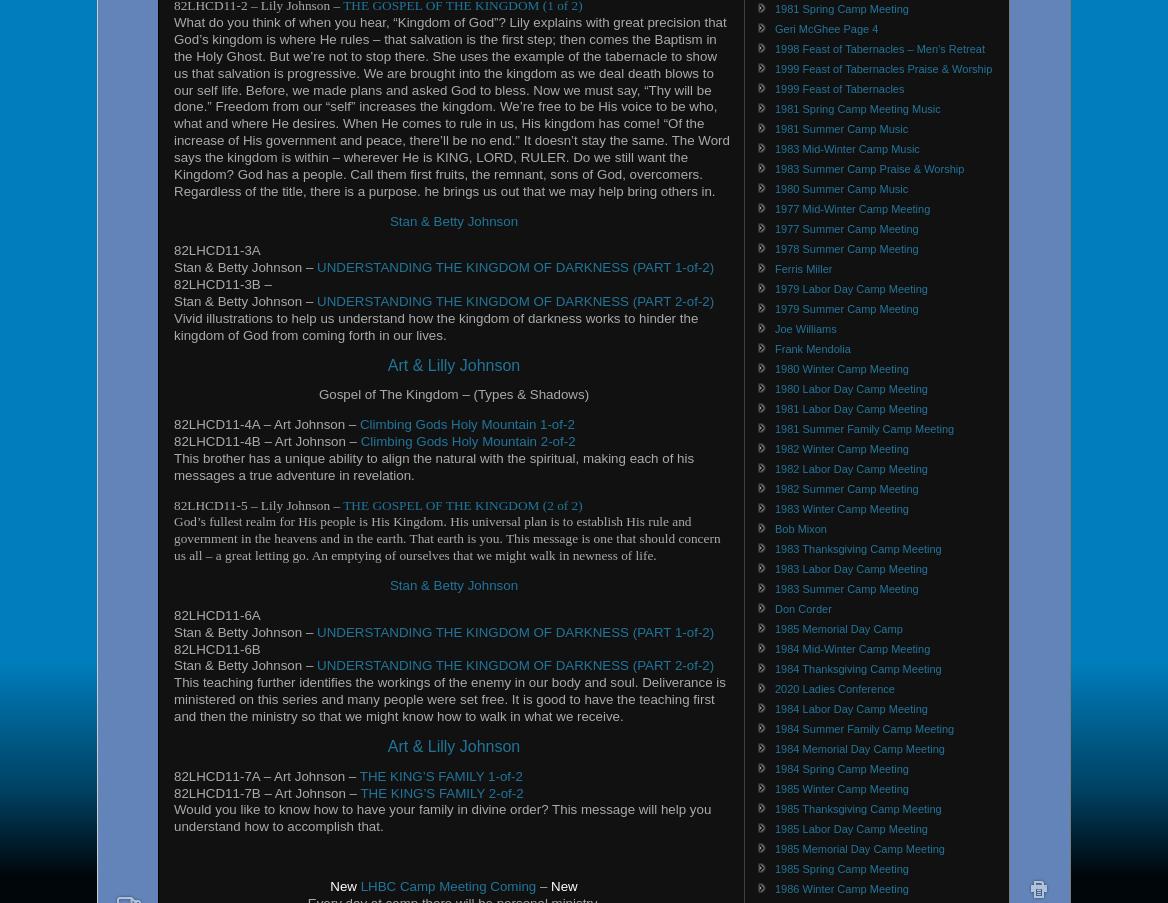 The height and width of the screenshot is (903, 1168). What do you see at coordinates (837, 628) in the screenshot?
I see `'1985 Memorial Day Camp'` at bounding box center [837, 628].